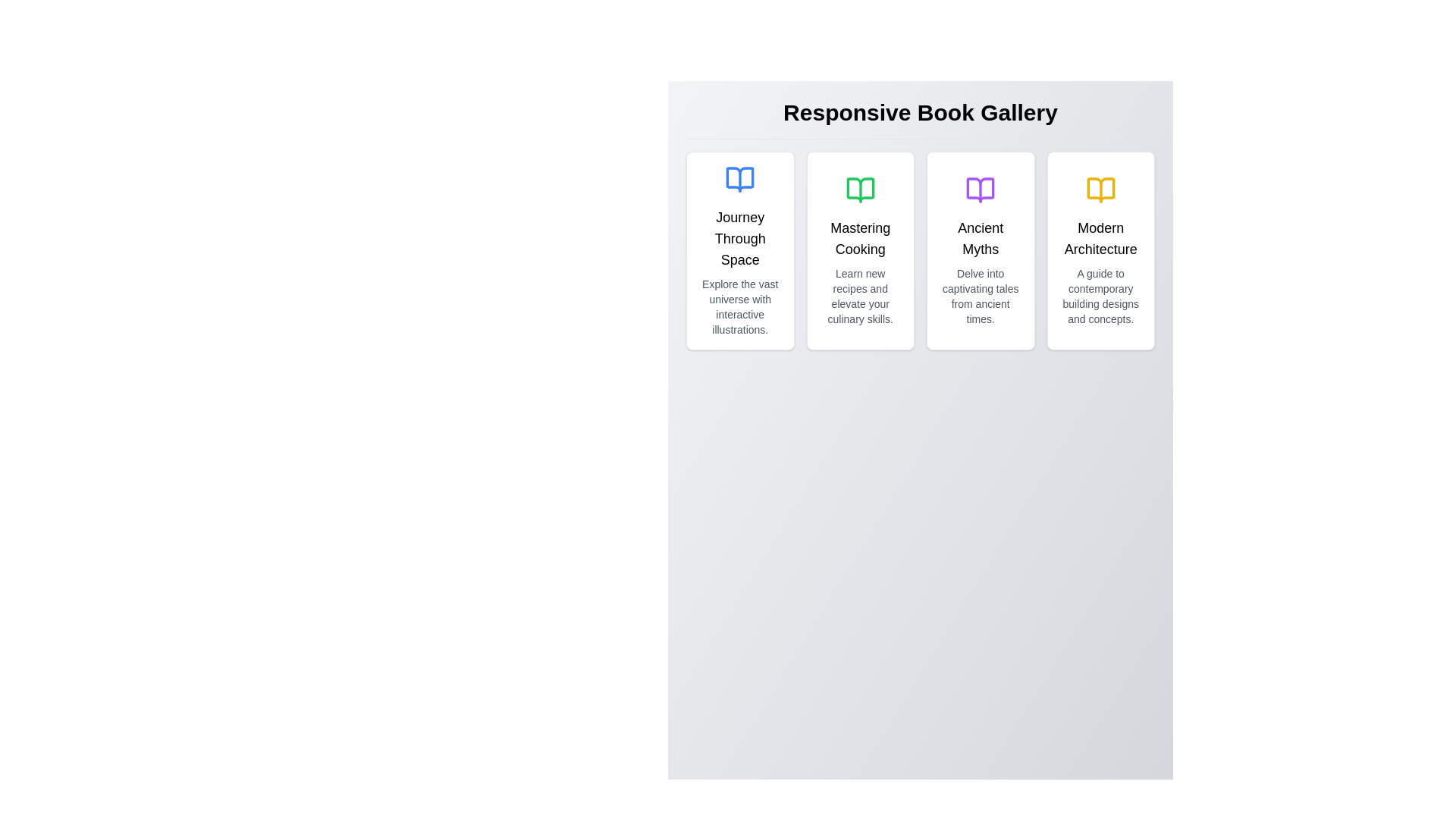 The height and width of the screenshot is (819, 1456). What do you see at coordinates (860, 250) in the screenshot?
I see `the second Informational Card in the Responsive Book Gallery` at bounding box center [860, 250].